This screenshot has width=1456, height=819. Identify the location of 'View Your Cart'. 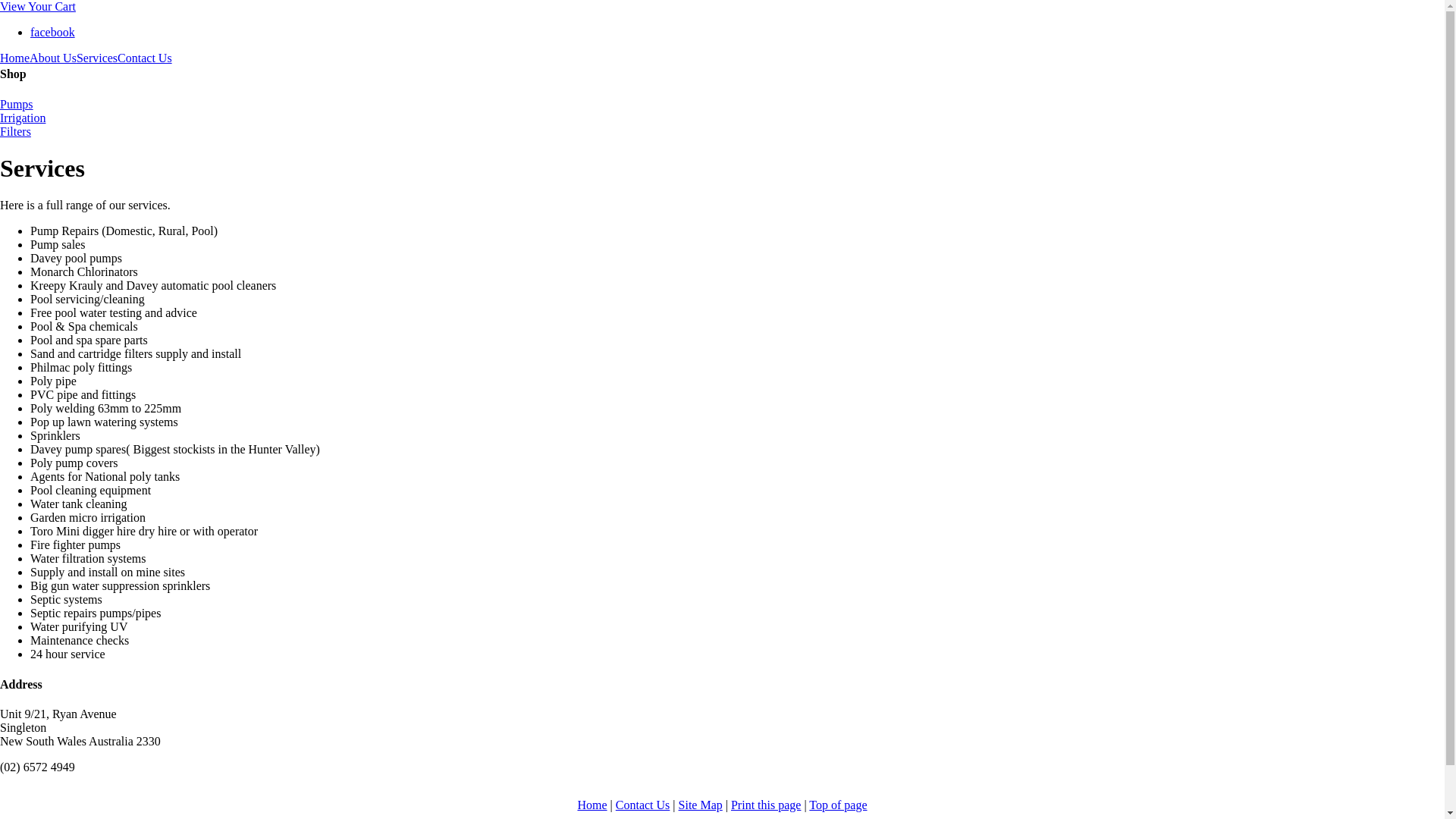
(37, 6).